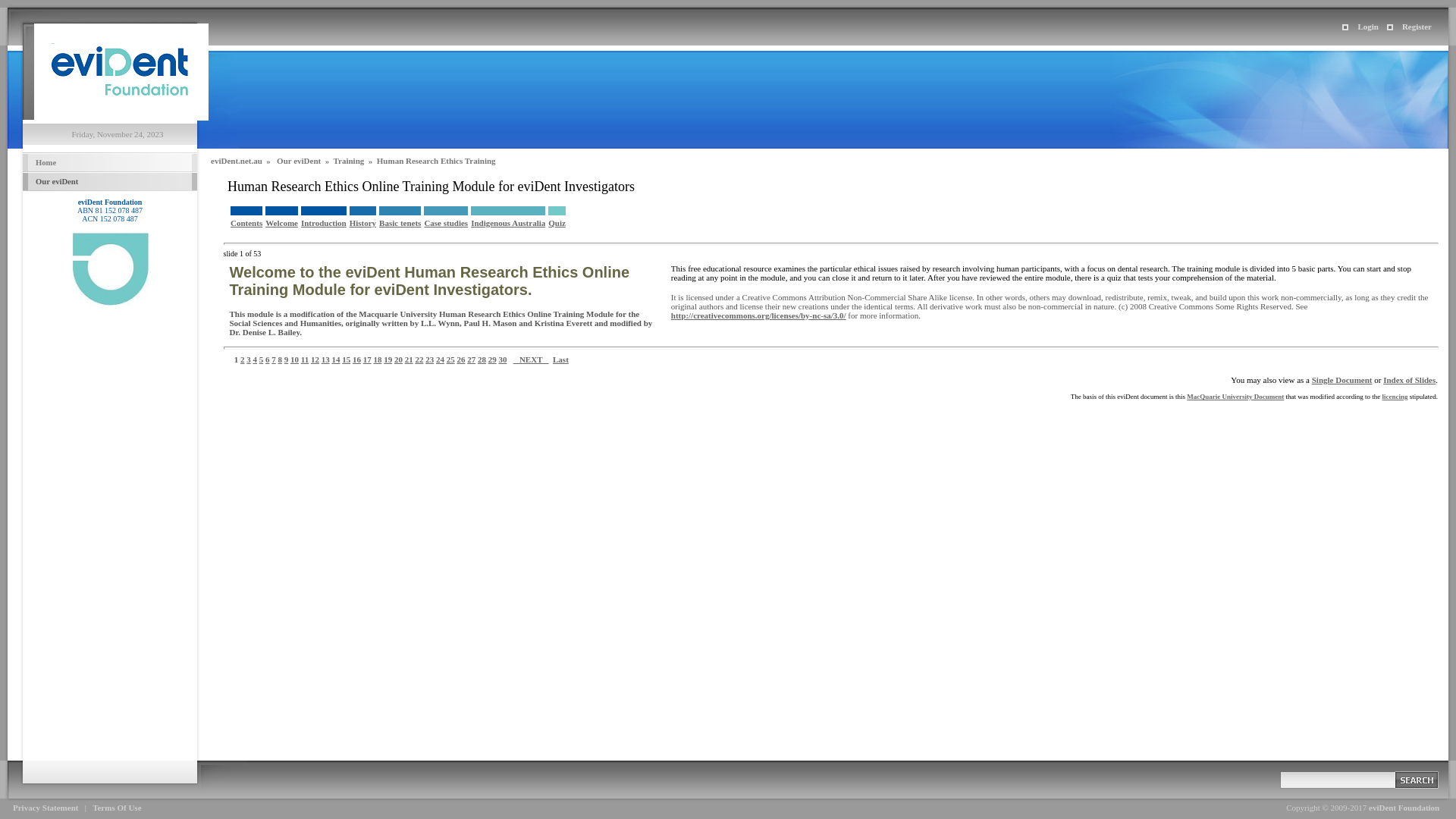 This screenshot has width=1456, height=819. I want to click on '4', so click(255, 359).